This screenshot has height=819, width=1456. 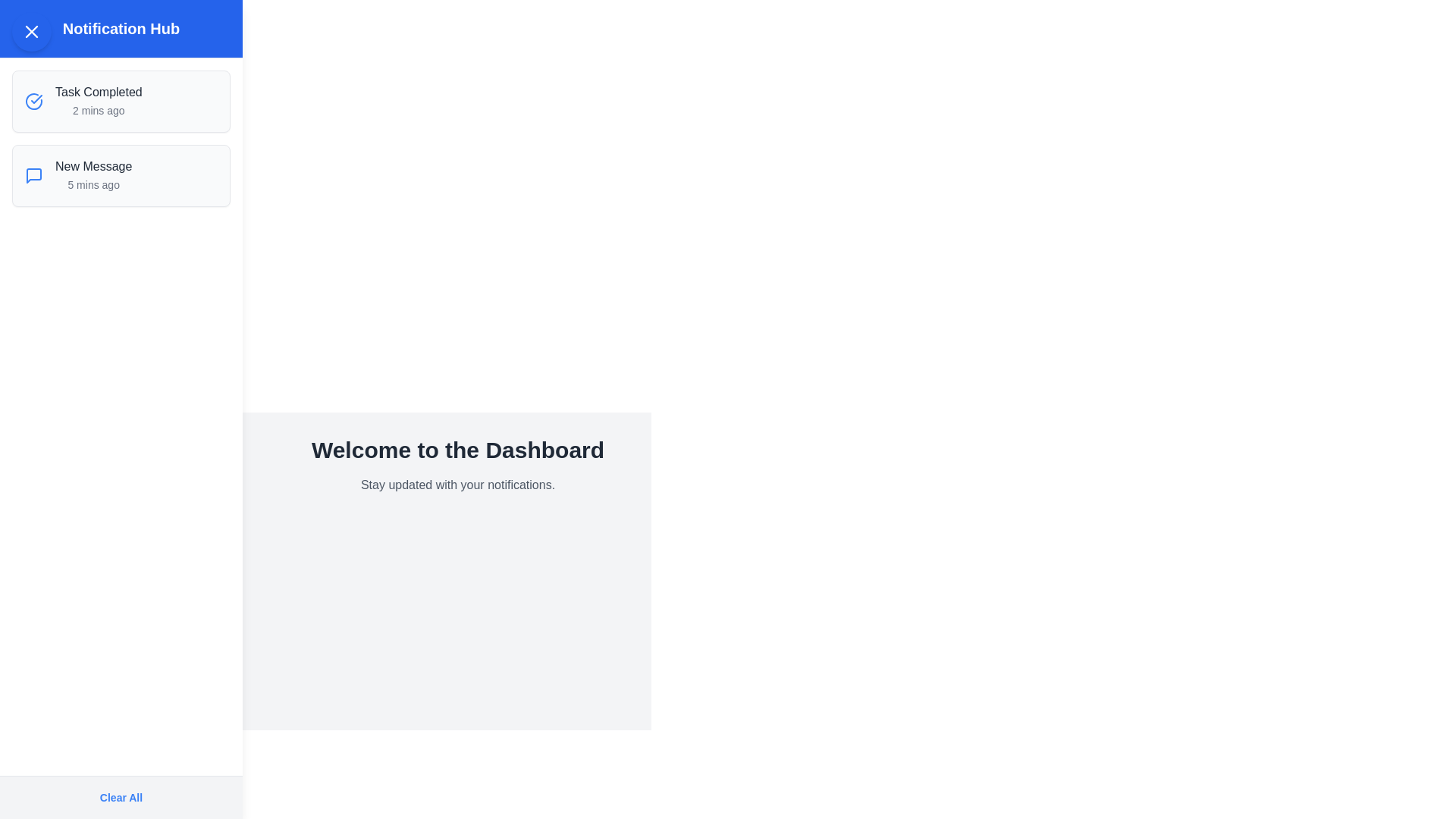 What do you see at coordinates (33, 174) in the screenshot?
I see `the new message notification icon located to the left of the 'New Message' text in the second notification item under the 'Notification Hub' header` at bounding box center [33, 174].